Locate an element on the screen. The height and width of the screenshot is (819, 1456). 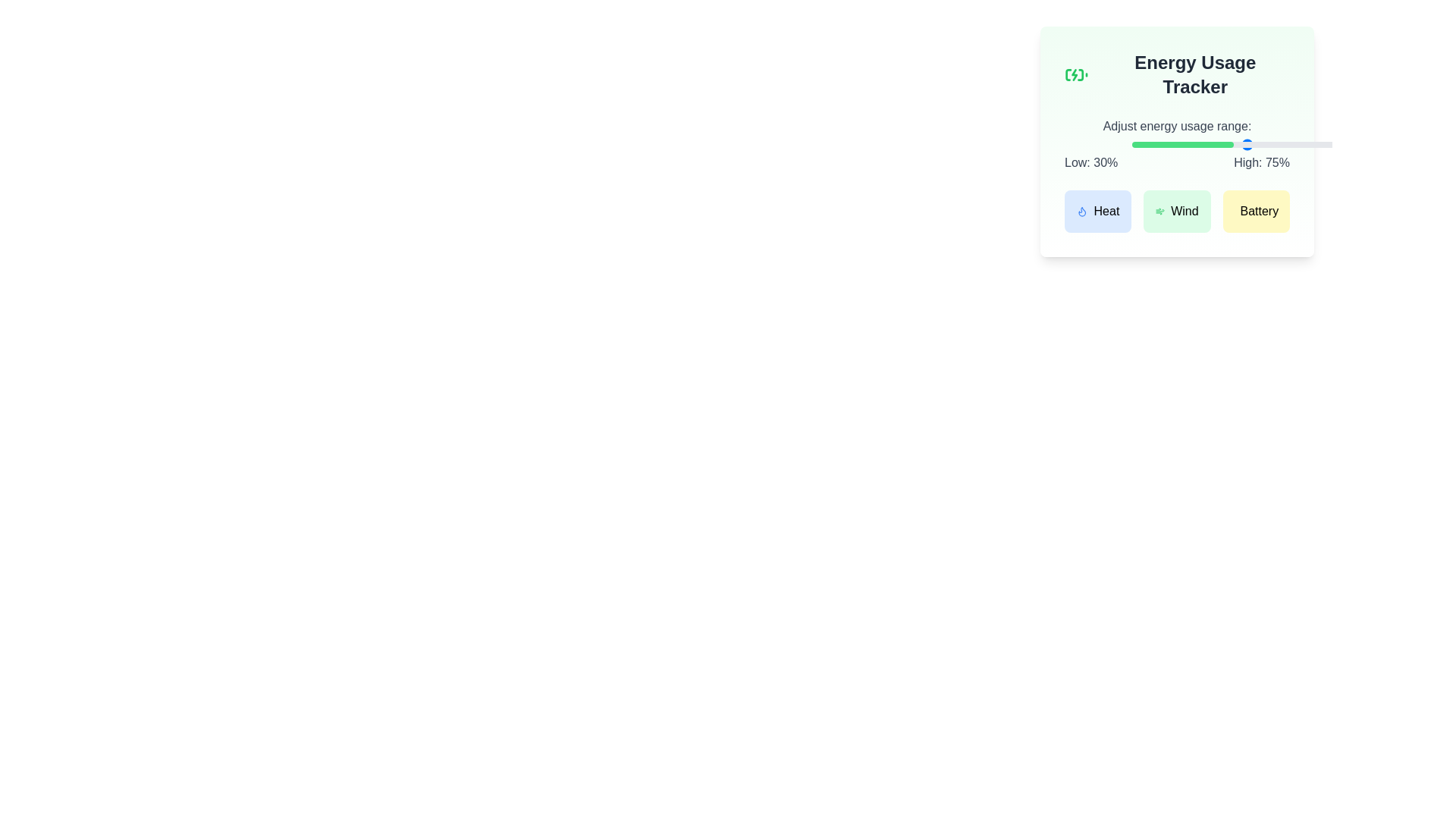
the static text label within the button for 'Wind' energy, located between the 'Heat' (blue) and 'Battery' (yellow) buttons in the Energy Usage Tracker card is located at coordinates (1184, 211).